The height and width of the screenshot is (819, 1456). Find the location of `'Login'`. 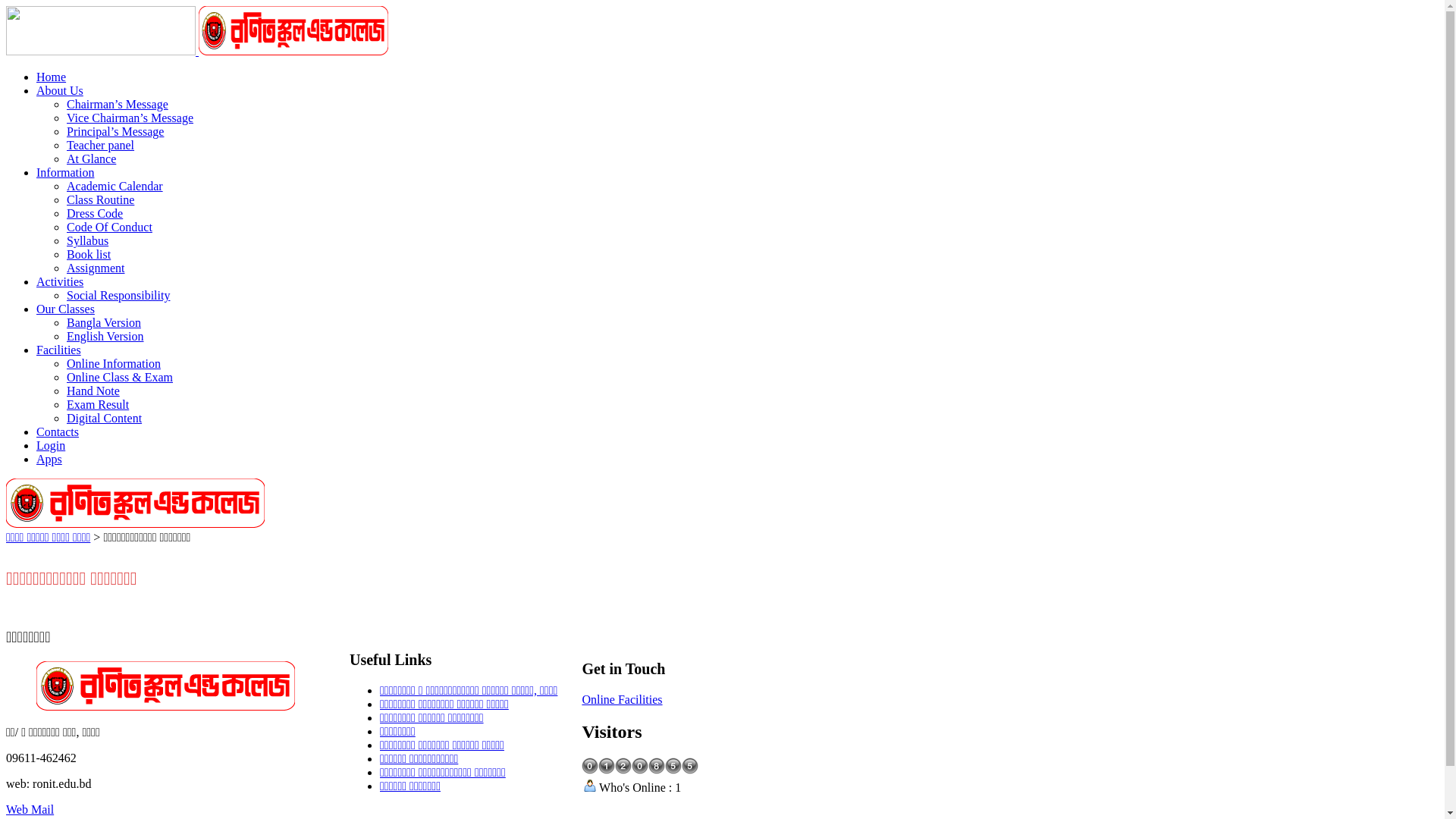

'Login' is located at coordinates (51, 444).